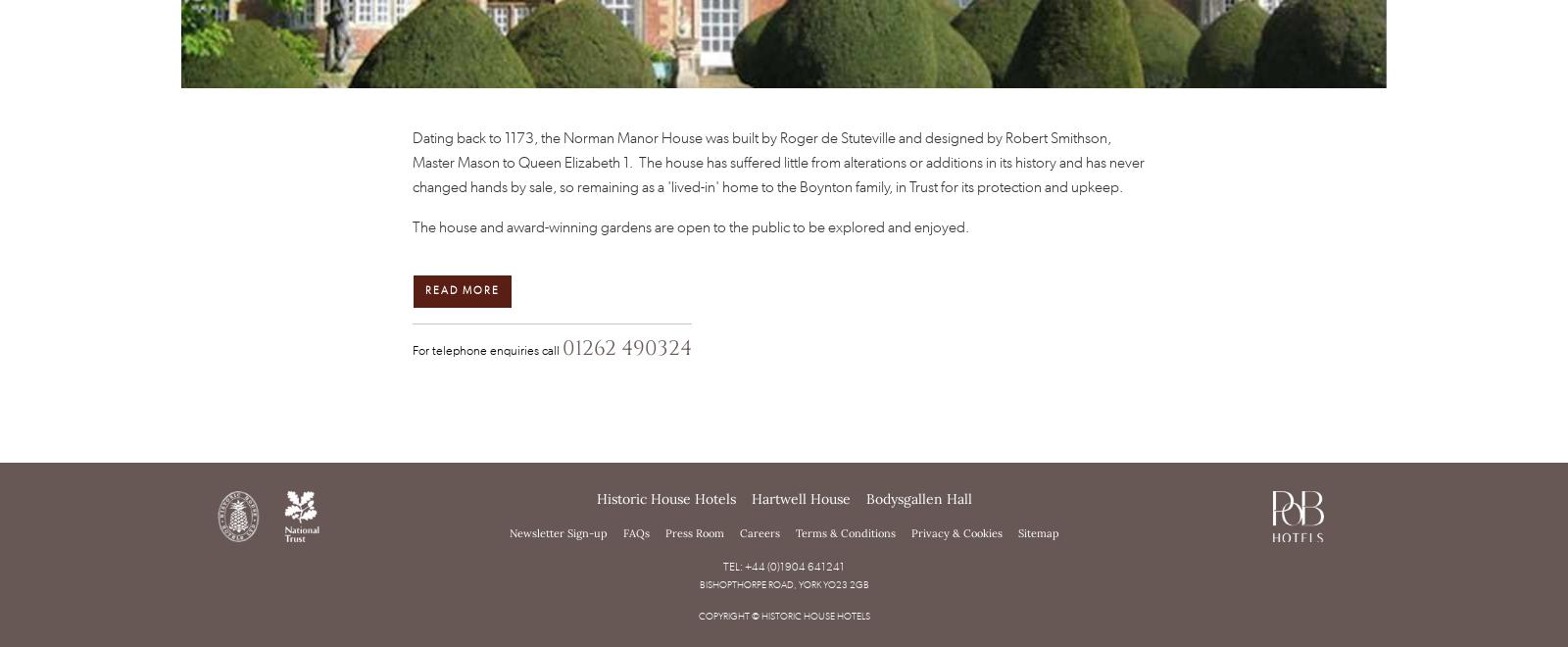  Describe the element at coordinates (596, 498) in the screenshot. I see `'Historic House Hotels'` at that location.